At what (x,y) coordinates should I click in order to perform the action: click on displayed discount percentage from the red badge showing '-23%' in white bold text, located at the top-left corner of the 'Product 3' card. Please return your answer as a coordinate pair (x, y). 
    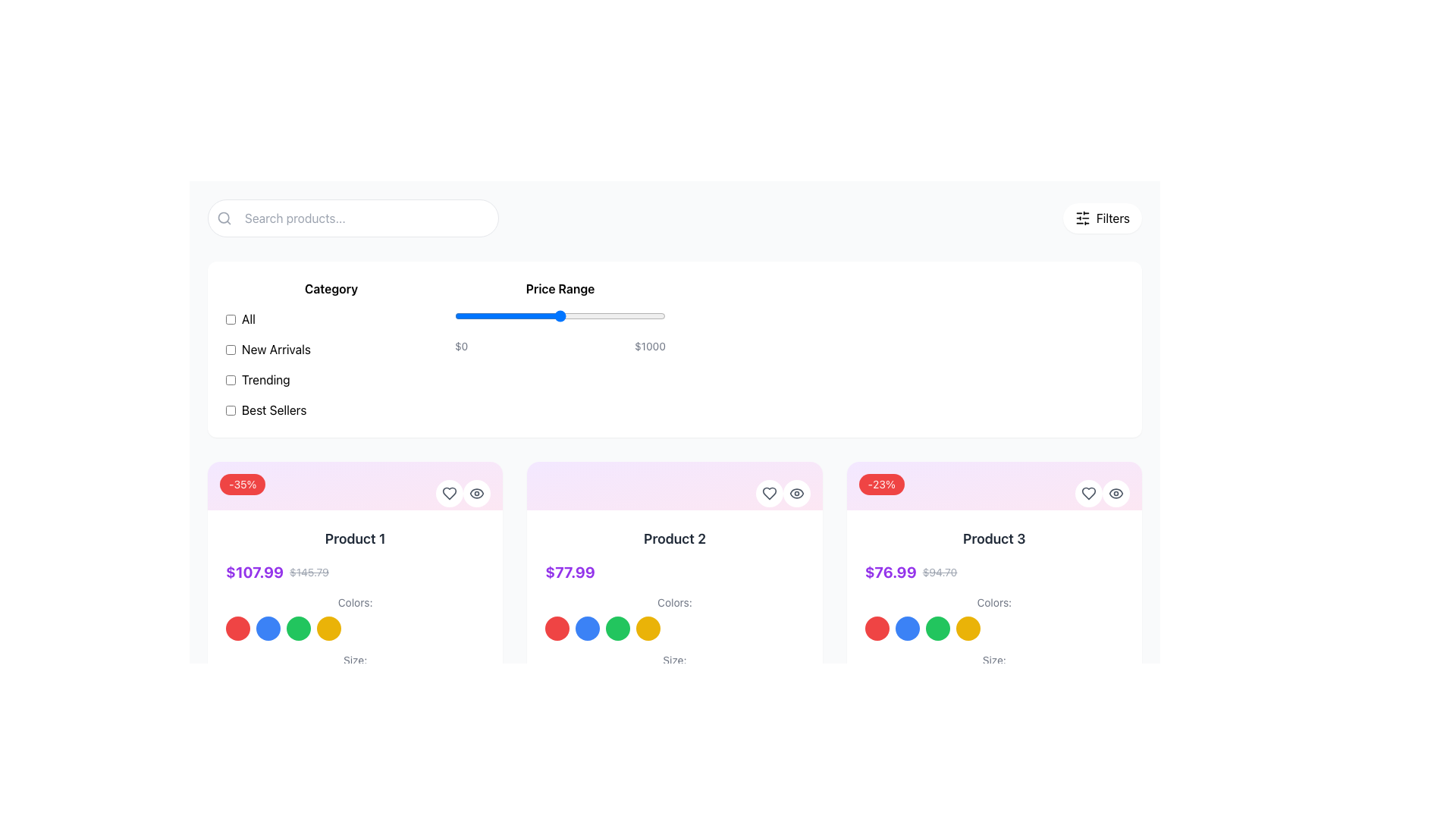
    Looking at the image, I should click on (881, 485).